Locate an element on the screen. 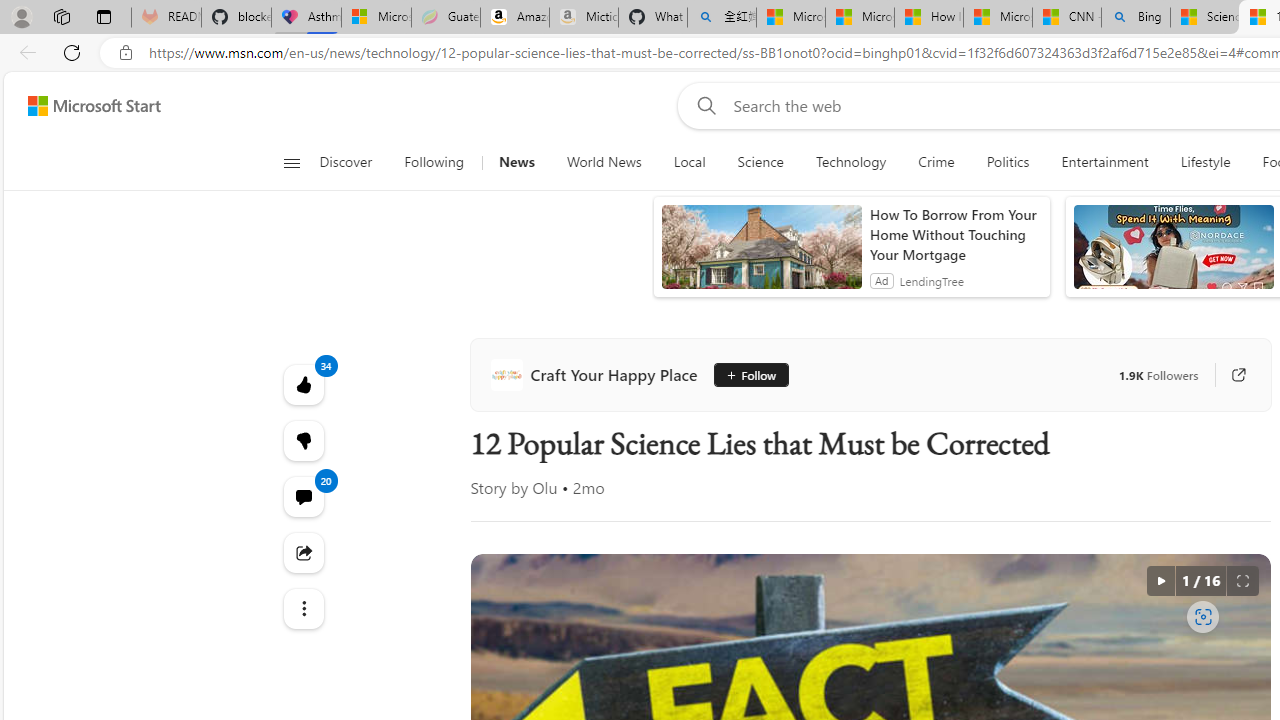  'Bing' is located at coordinates (1136, 17).